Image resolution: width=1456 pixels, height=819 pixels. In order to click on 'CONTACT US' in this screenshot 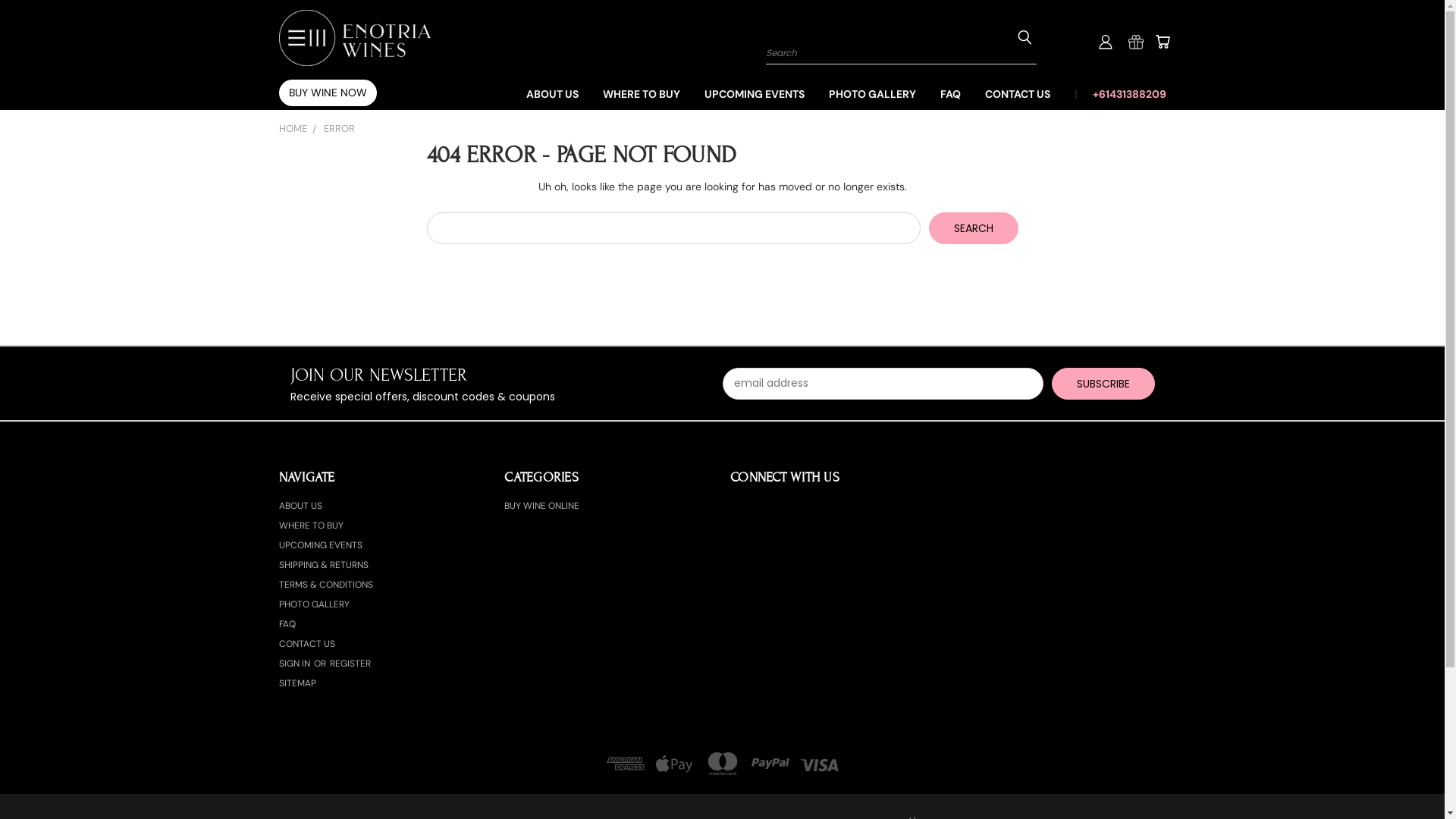, I will do `click(279, 646)`.